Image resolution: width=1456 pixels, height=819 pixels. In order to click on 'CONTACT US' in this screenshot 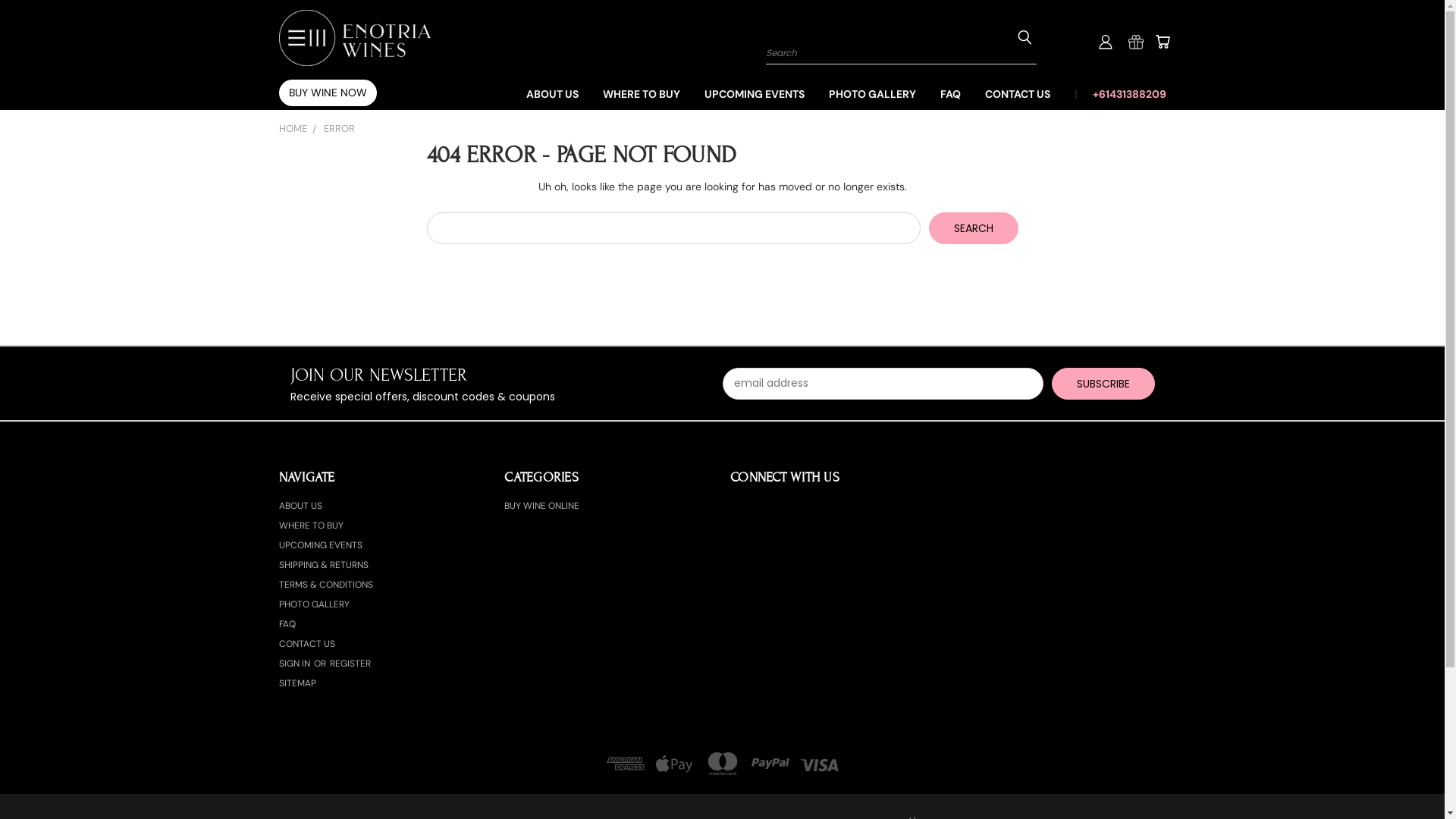, I will do `click(279, 646)`.